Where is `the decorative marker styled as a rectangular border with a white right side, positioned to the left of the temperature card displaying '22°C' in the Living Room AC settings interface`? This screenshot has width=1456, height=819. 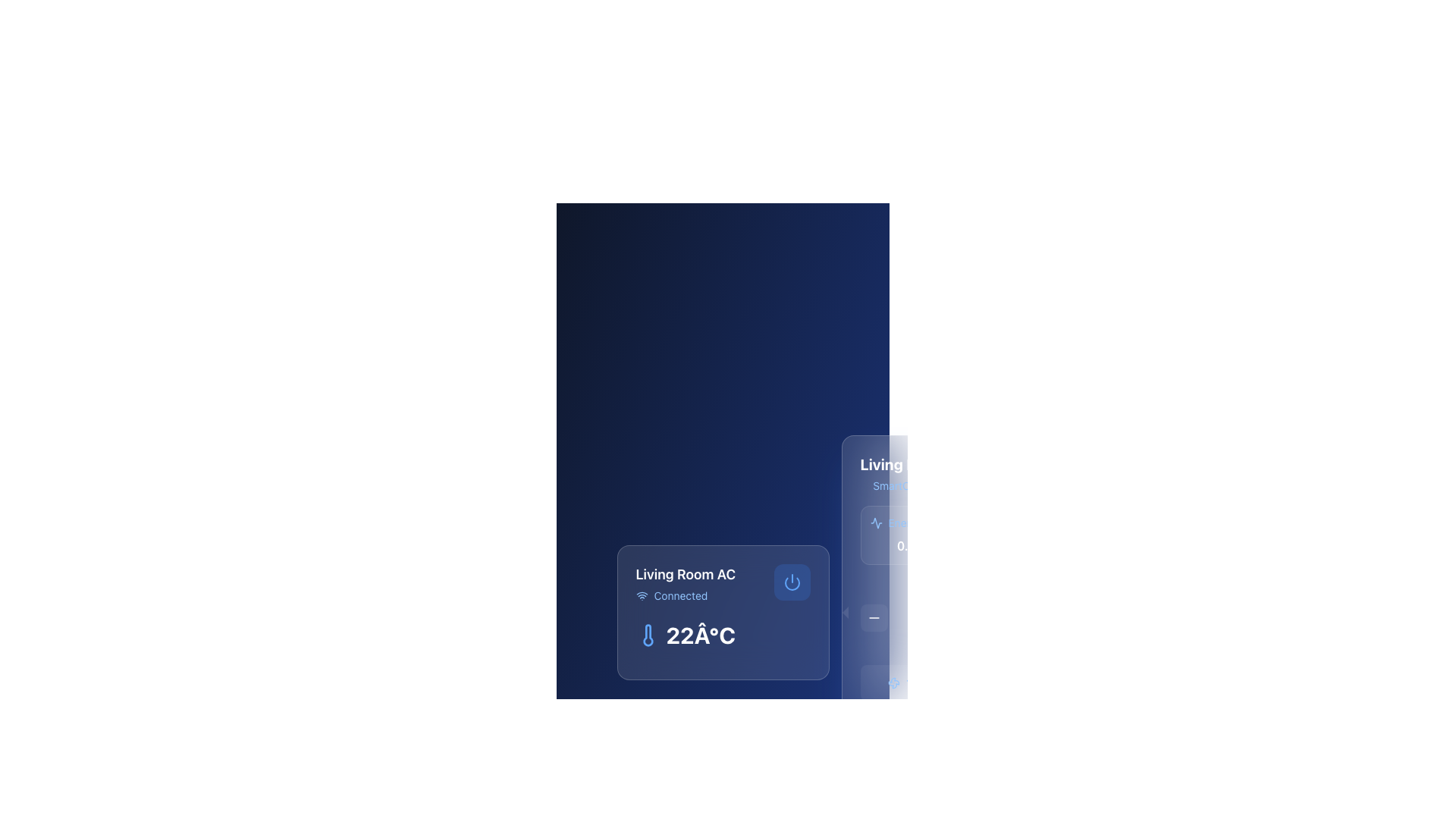 the decorative marker styled as a rectangular border with a white right side, positioned to the left of the temperature card displaying '22°C' in the Living Room AC settings interface is located at coordinates (841, 611).